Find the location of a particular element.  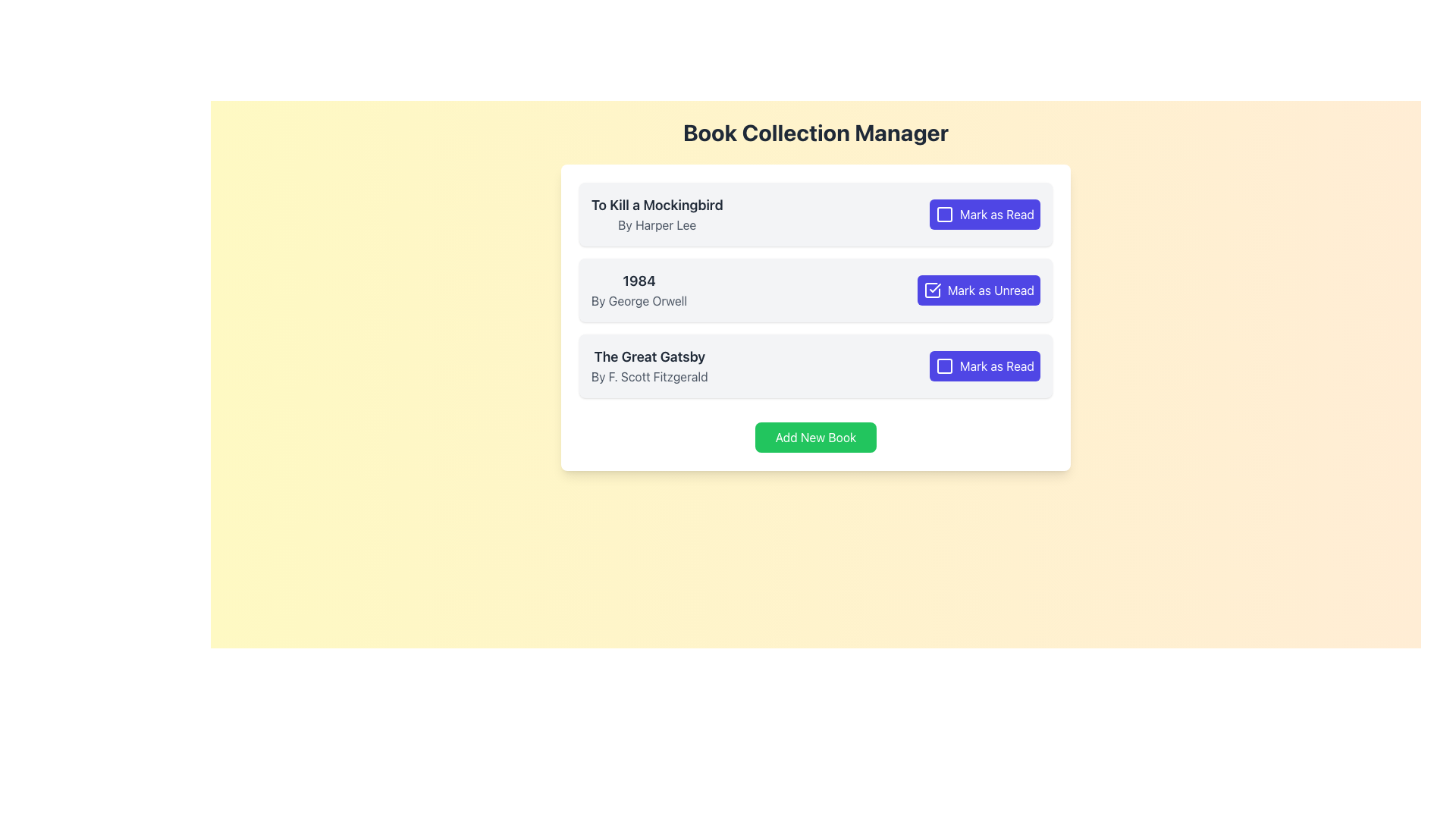

the rectangular indigo 'Mark as Unread' button with rounded corners, which displays white text and a checkbox icon is located at coordinates (978, 290).